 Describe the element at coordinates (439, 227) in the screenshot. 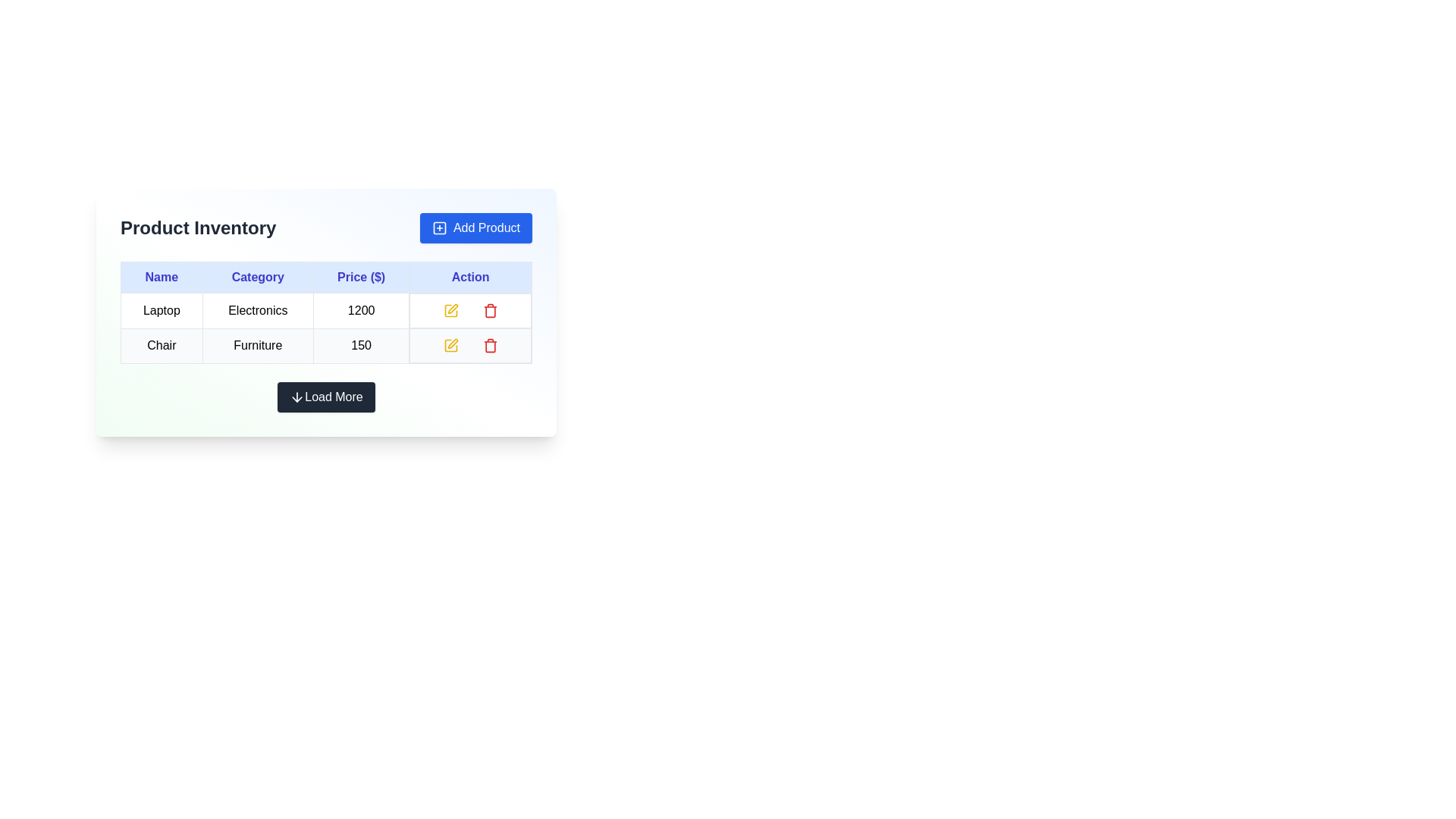

I see `the small blue outlined square icon with a white background and a '+' symbol, located to the left of the 'Add Product' text inside a blue button in the top-right corner of the interface` at that location.